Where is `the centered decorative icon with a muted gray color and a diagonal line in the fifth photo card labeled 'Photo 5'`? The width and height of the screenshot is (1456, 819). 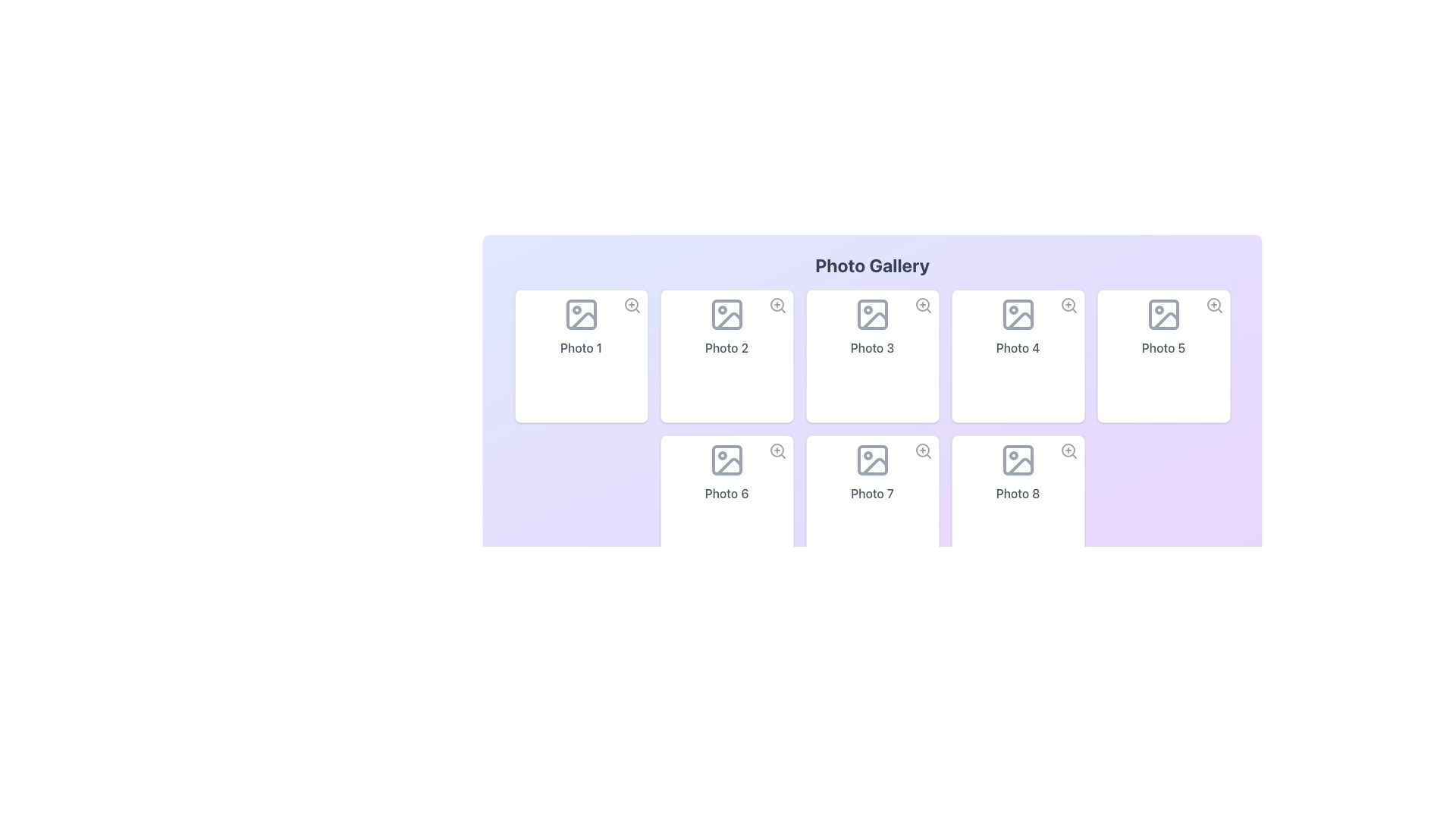 the centered decorative icon with a muted gray color and a diagonal line in the fifth photo card labeled 'Photo 5' is located at coordinates (1163, 314).